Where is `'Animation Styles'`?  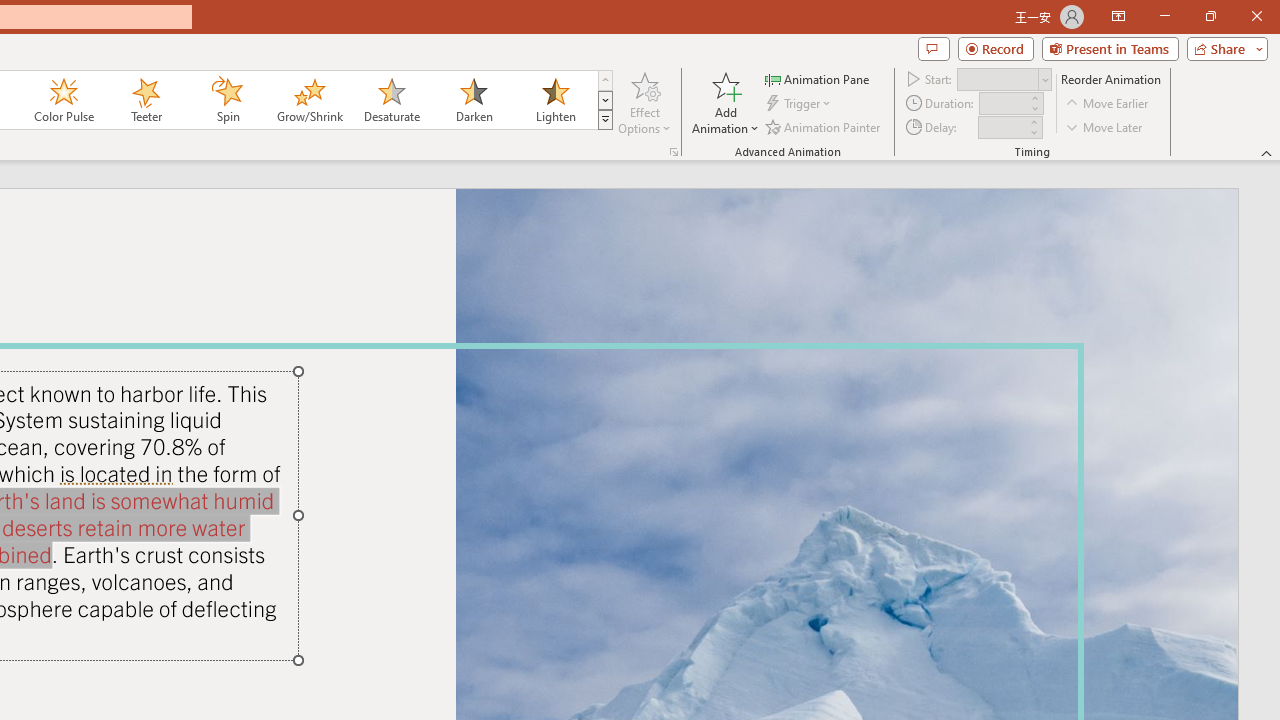
'Animation Styles' is located at coordinates (604, 120).